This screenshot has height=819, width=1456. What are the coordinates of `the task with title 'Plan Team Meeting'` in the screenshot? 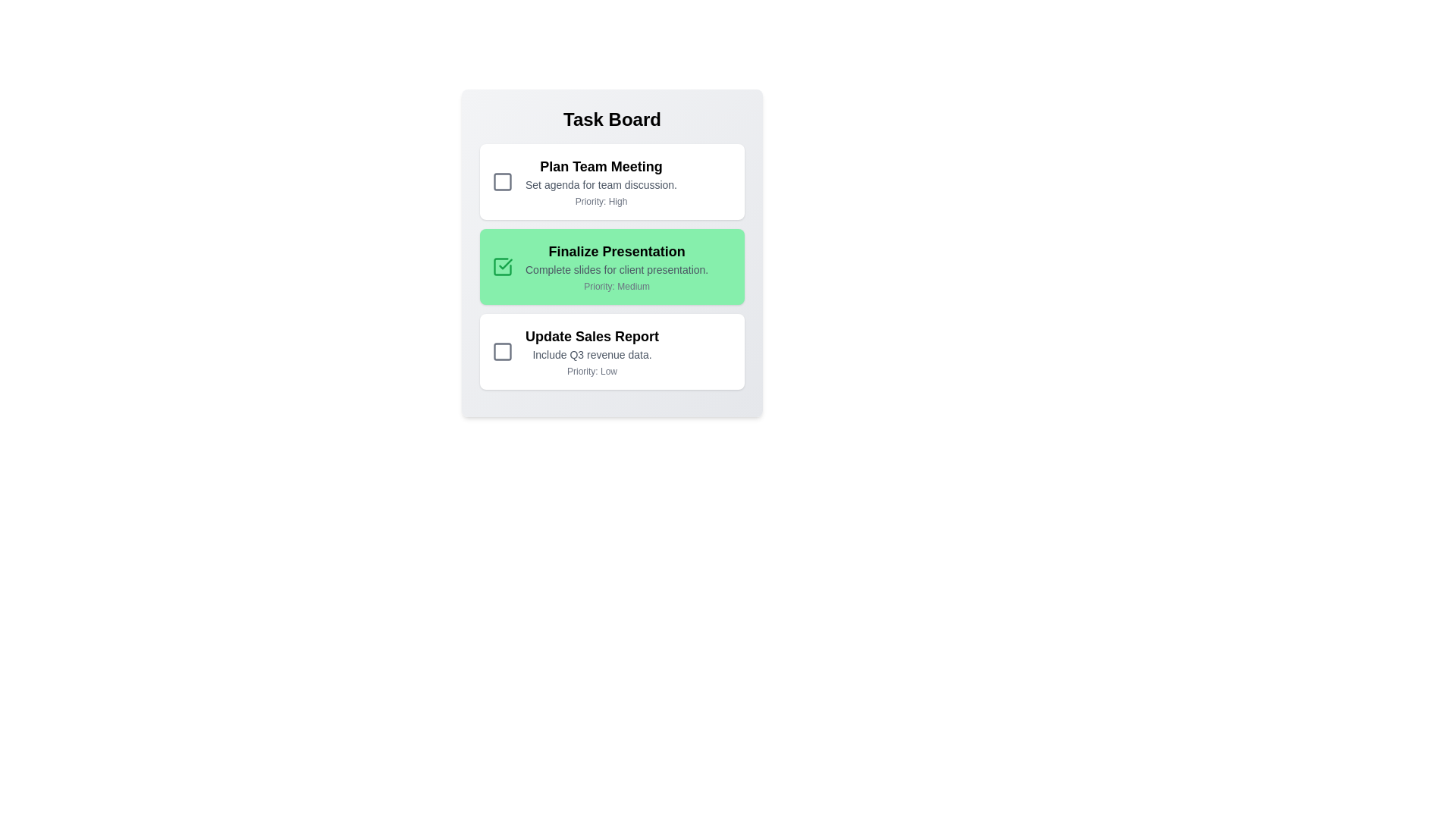 It's located at (612, 180).